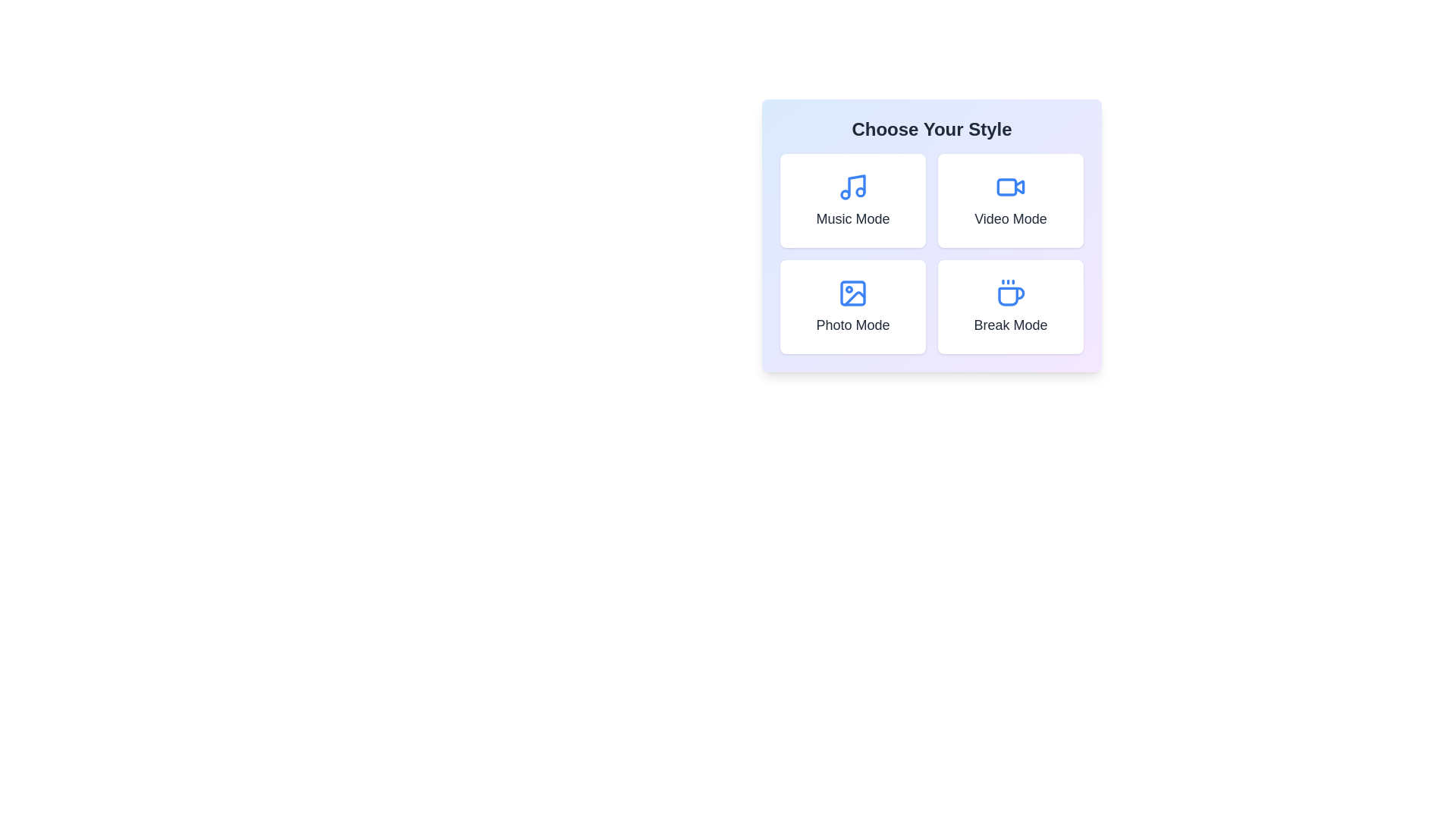 The width and height of the screenshot is (1456, 819). Describe the element at coordinates (852, 200) in the screenshot. I see `the button labeled Music Mode to trigger additional actions` at that location.